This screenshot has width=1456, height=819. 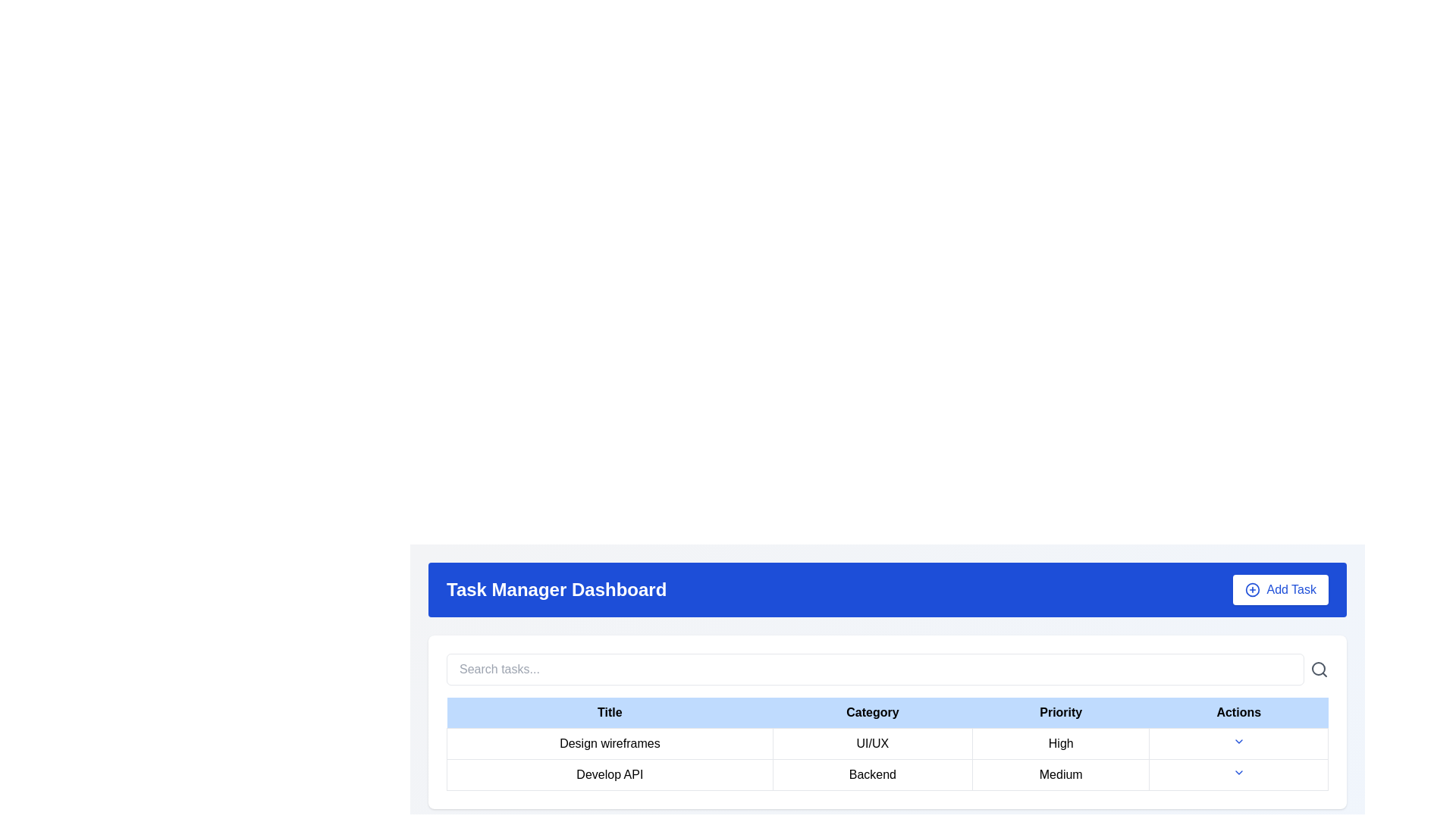 I want to click on the table header row located at the top of the table, which provides labels for the data columns below, so click(x=887, y=713).